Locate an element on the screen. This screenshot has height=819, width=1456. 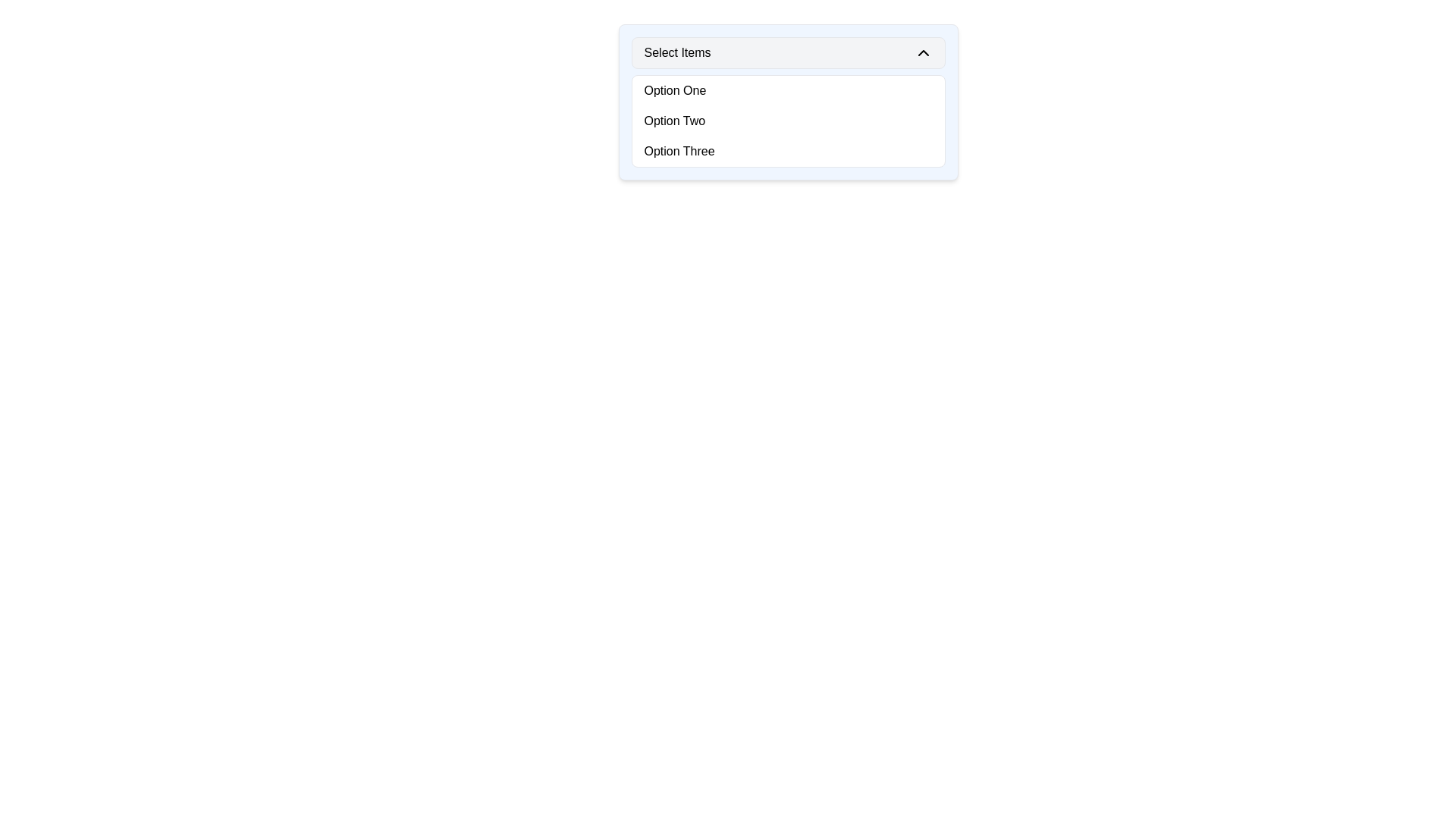
the upward arrow icon located in the rightmost area of the dropdown's header section, adjacent to the text 'Select Items' is located at coordinates (922, 52).